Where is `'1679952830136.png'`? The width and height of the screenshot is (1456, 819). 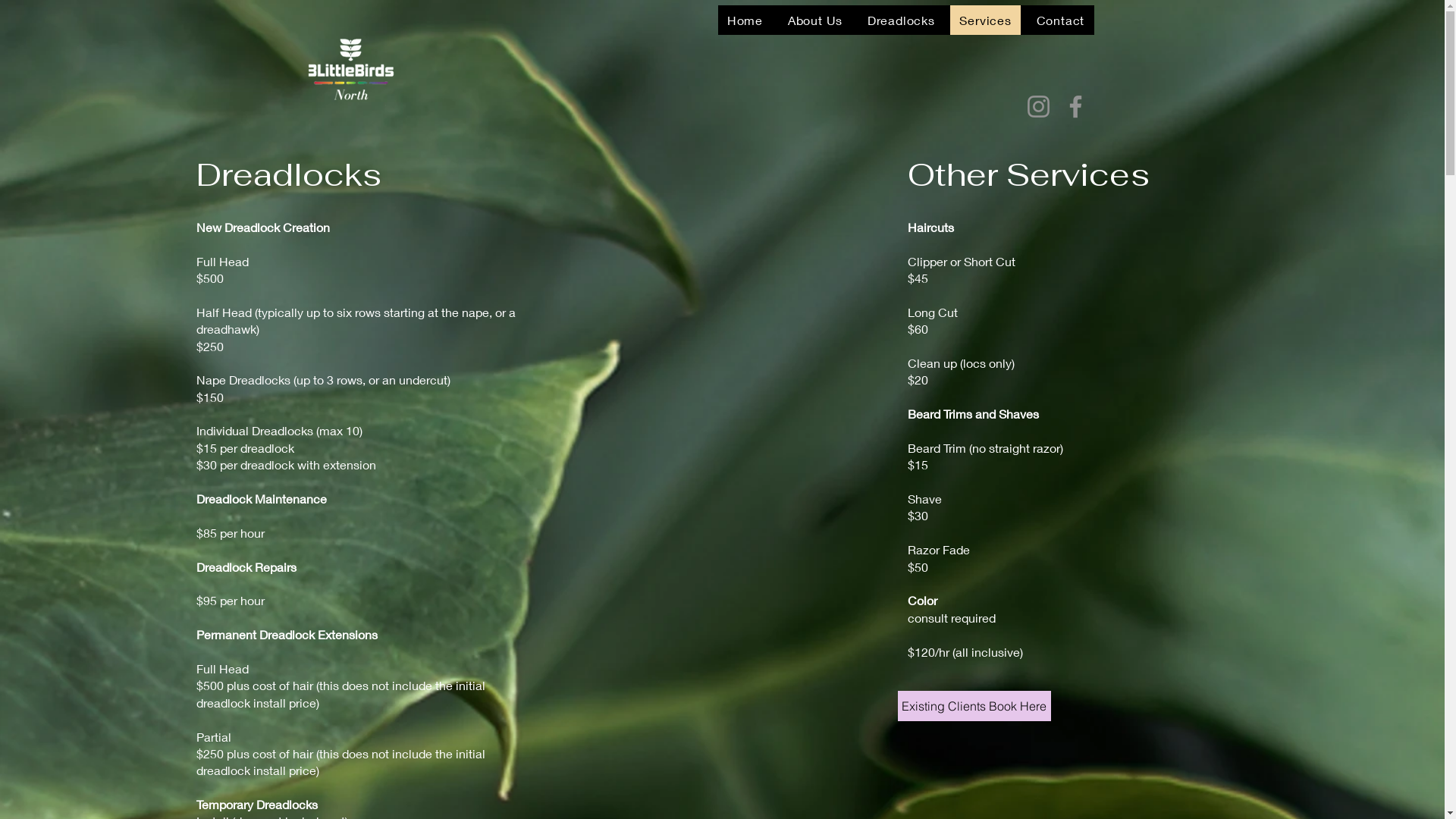 '1679952830136.png' is located at coordinates (350, 71).